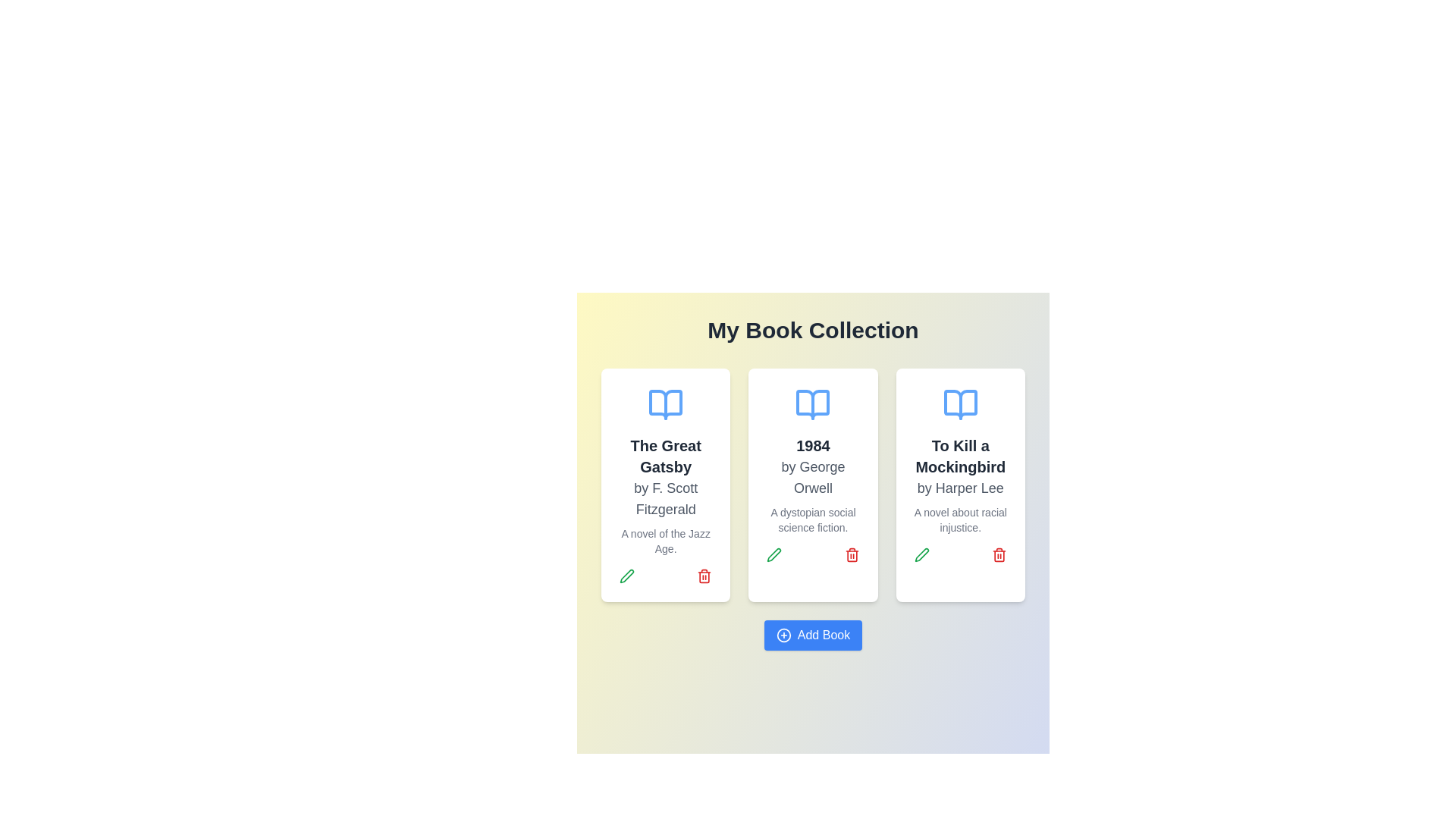  Describe the element at coordinates (666, 540) in the screenshot. I see `the textual label that summarizes the theme or setting of the book 'The Great Gatsby', located under 'by F. Scott Fitzgerald' in the leftmost card of a card group` at that location.